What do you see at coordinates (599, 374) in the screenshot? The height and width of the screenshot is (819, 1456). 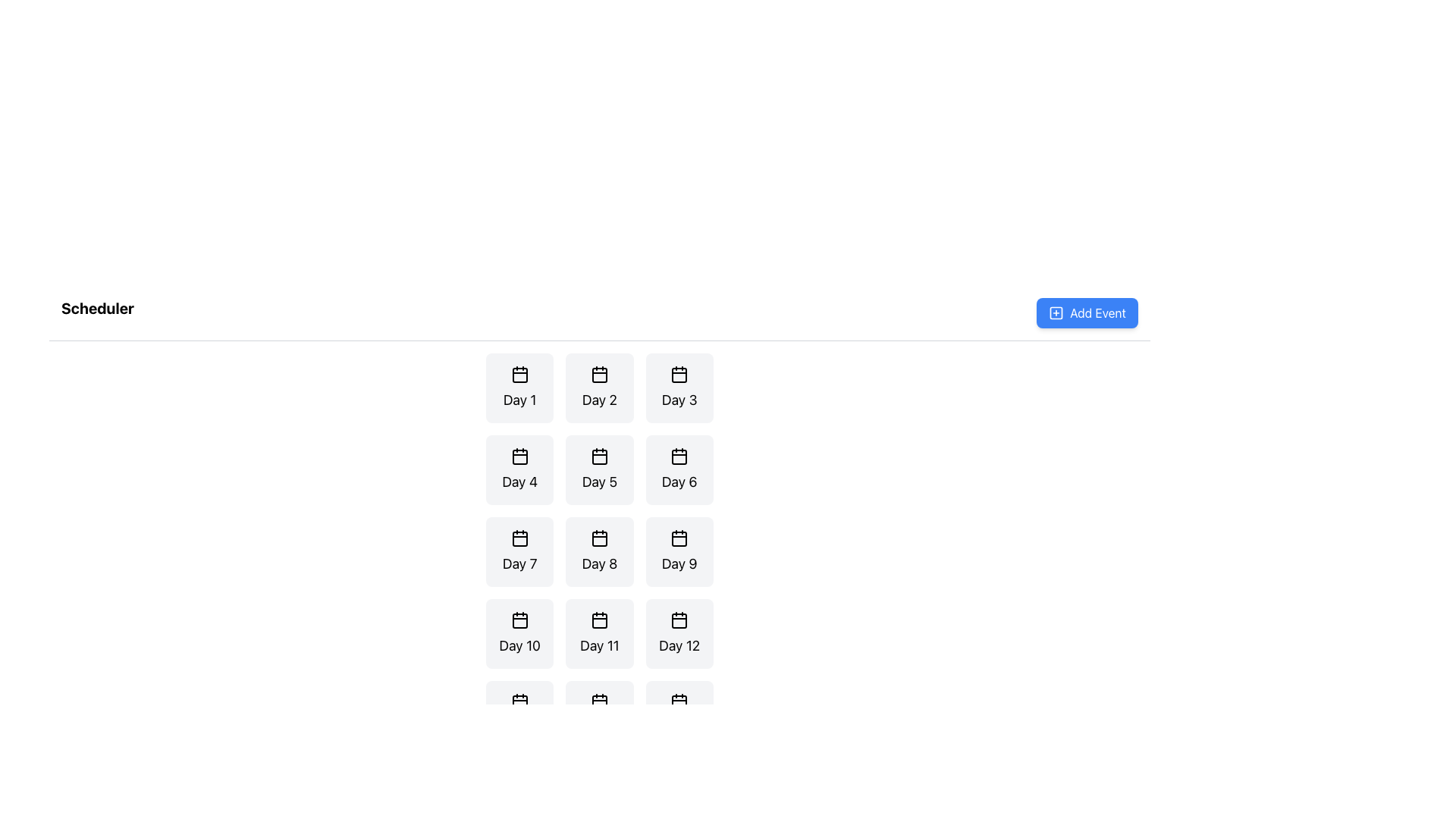 I see `the decorative calendar icon located in the center of the 'Day 2' tile in the scheduler interface` at bounding box center [599, 374].